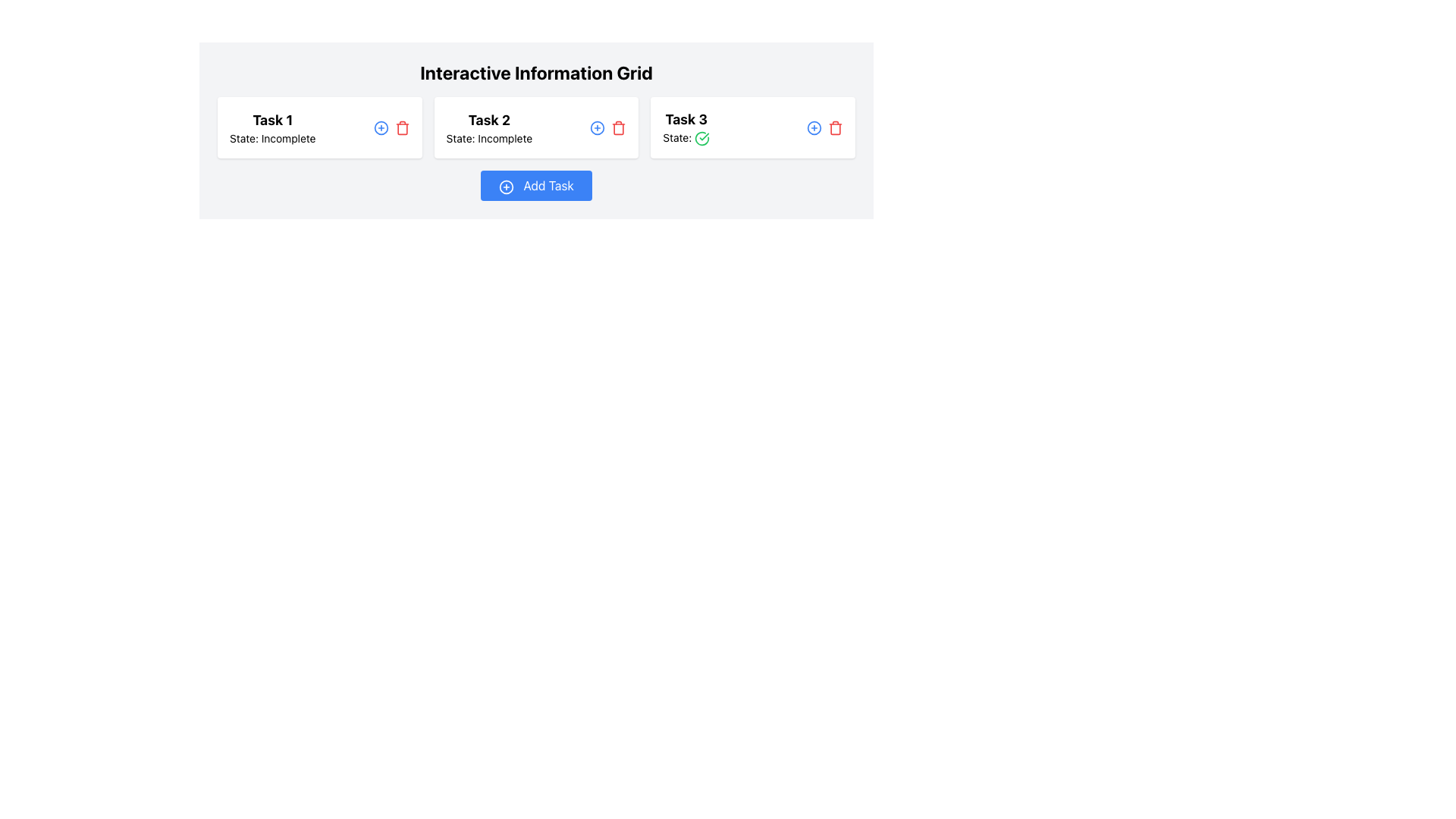 The width and height of the screenshot is (1456, 819). I want to click on the red trash can icon located in the second task card under the header 'Task 2', so click(619, 127).